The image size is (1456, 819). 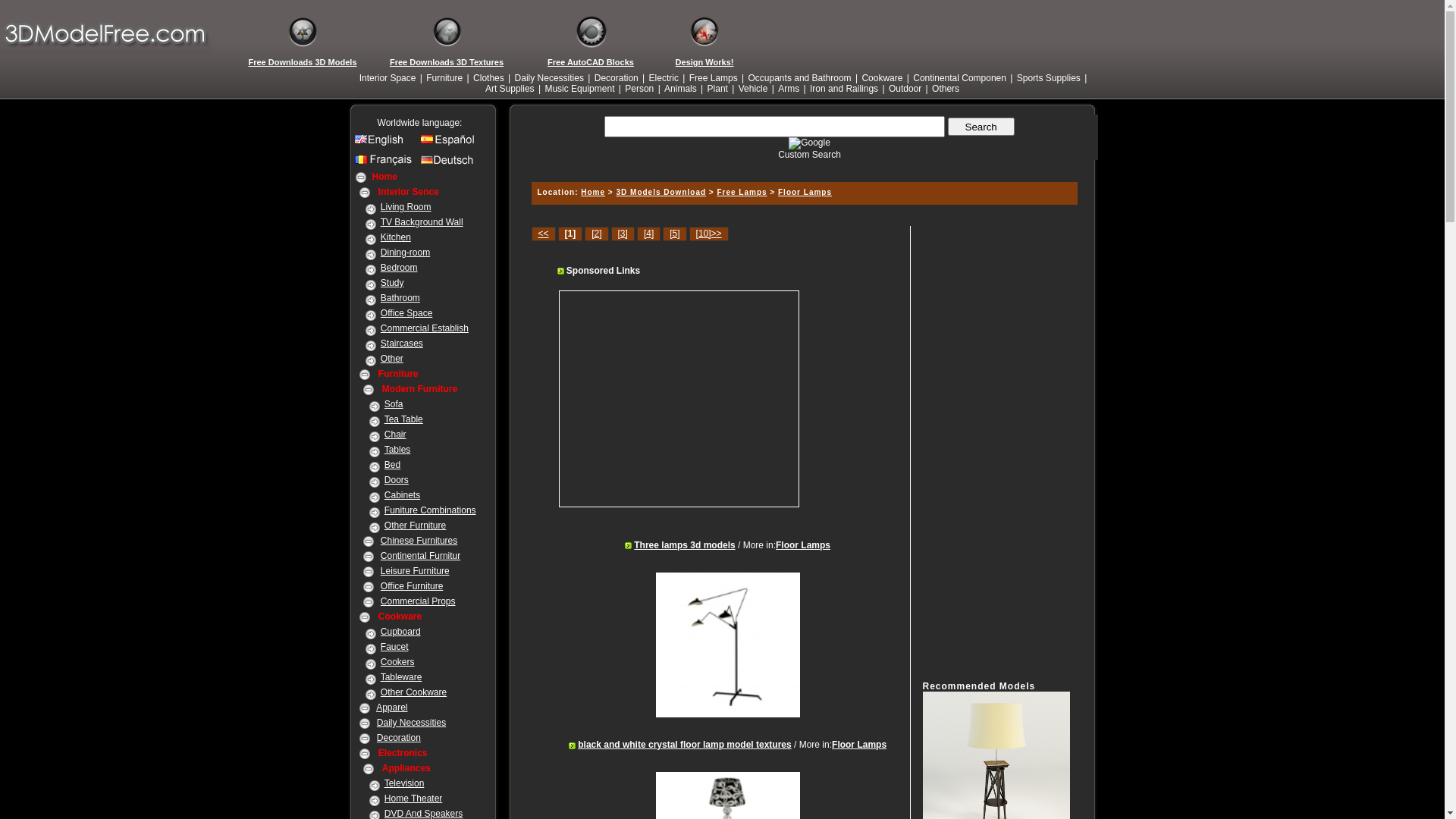 I want to click on 'Office Space', so click(x=406, y=312).